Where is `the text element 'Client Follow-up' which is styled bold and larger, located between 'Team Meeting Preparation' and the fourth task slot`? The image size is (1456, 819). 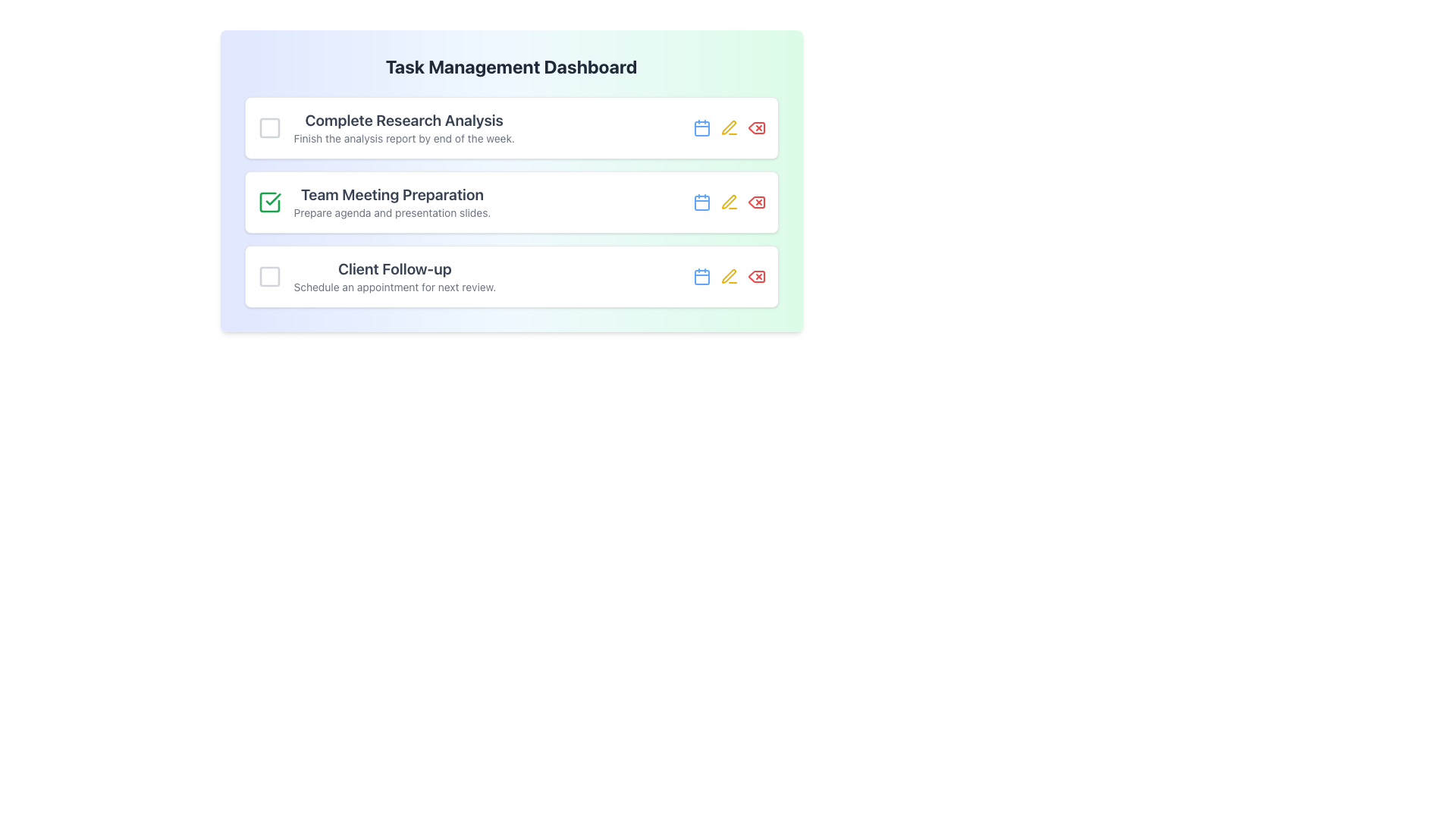 the text element 'Client Follow-up' which is styled bold and larger, located between 'Team Meeting Preparation' and the fourth task slot is located at coordinates (376, 277).